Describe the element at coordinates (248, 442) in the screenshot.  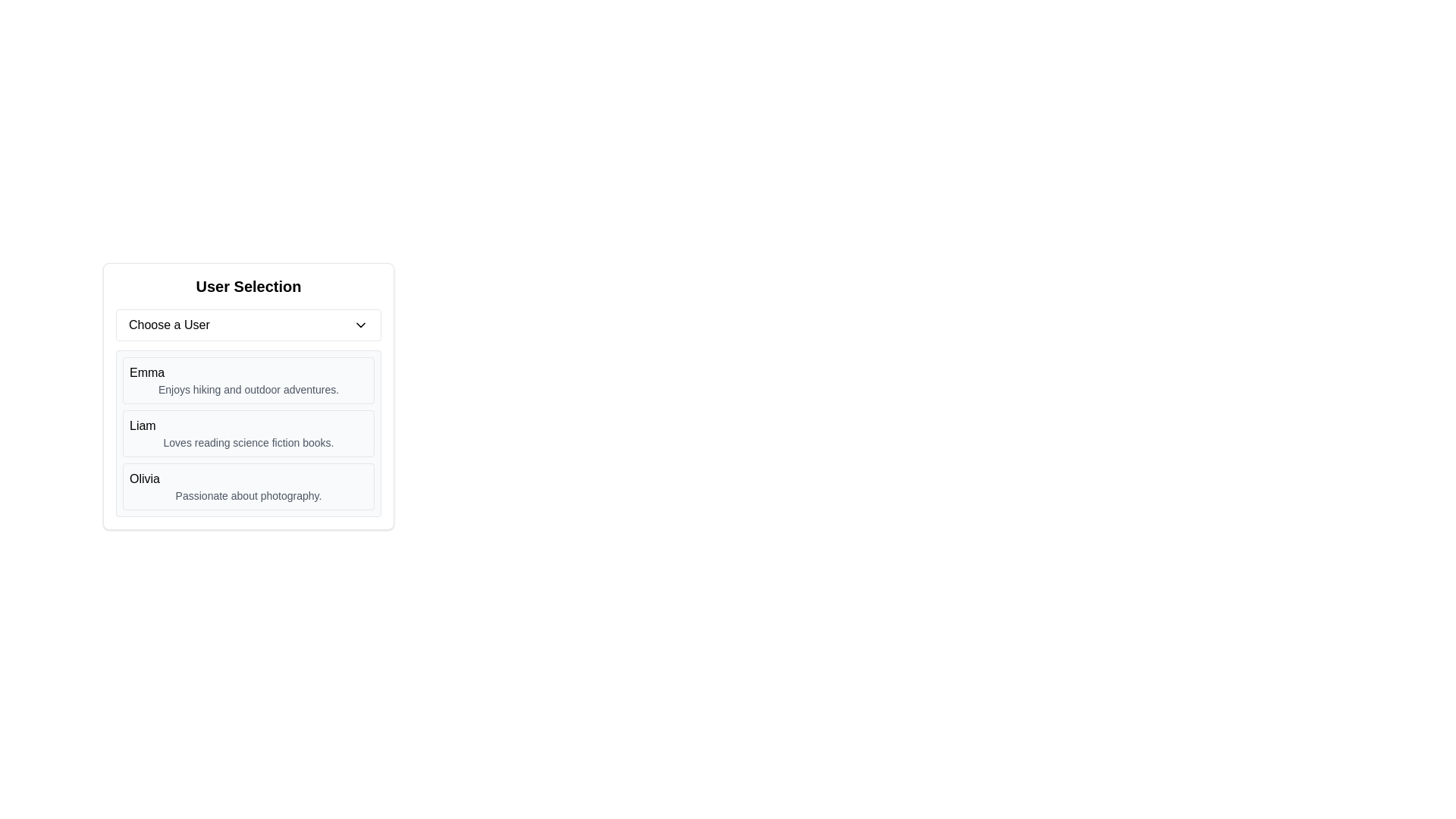
I see `the static text label that reads 'Loves reading science fiction books.' located directly below the user's name within the 'Liam' user entry` at that location.